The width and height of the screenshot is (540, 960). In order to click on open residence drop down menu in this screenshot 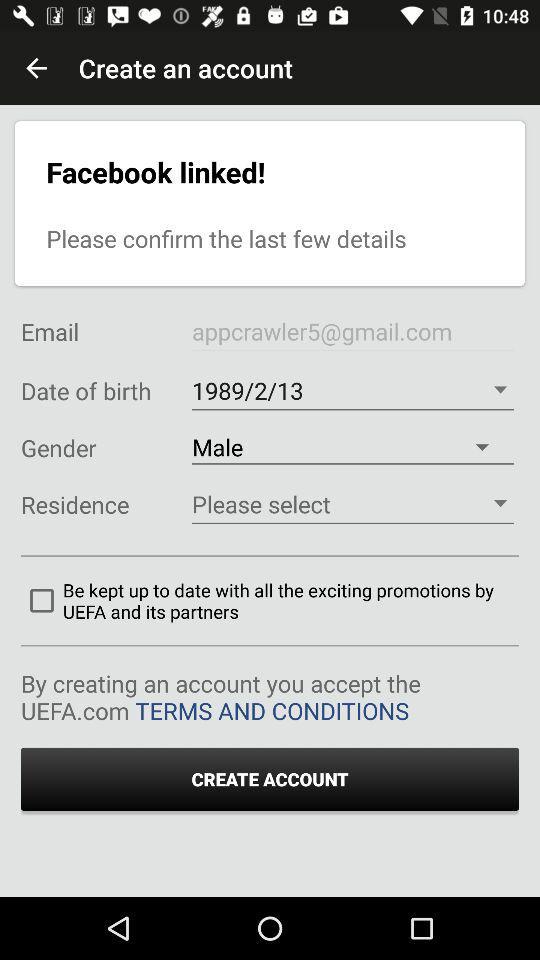, I will do `click(351, 503)`.